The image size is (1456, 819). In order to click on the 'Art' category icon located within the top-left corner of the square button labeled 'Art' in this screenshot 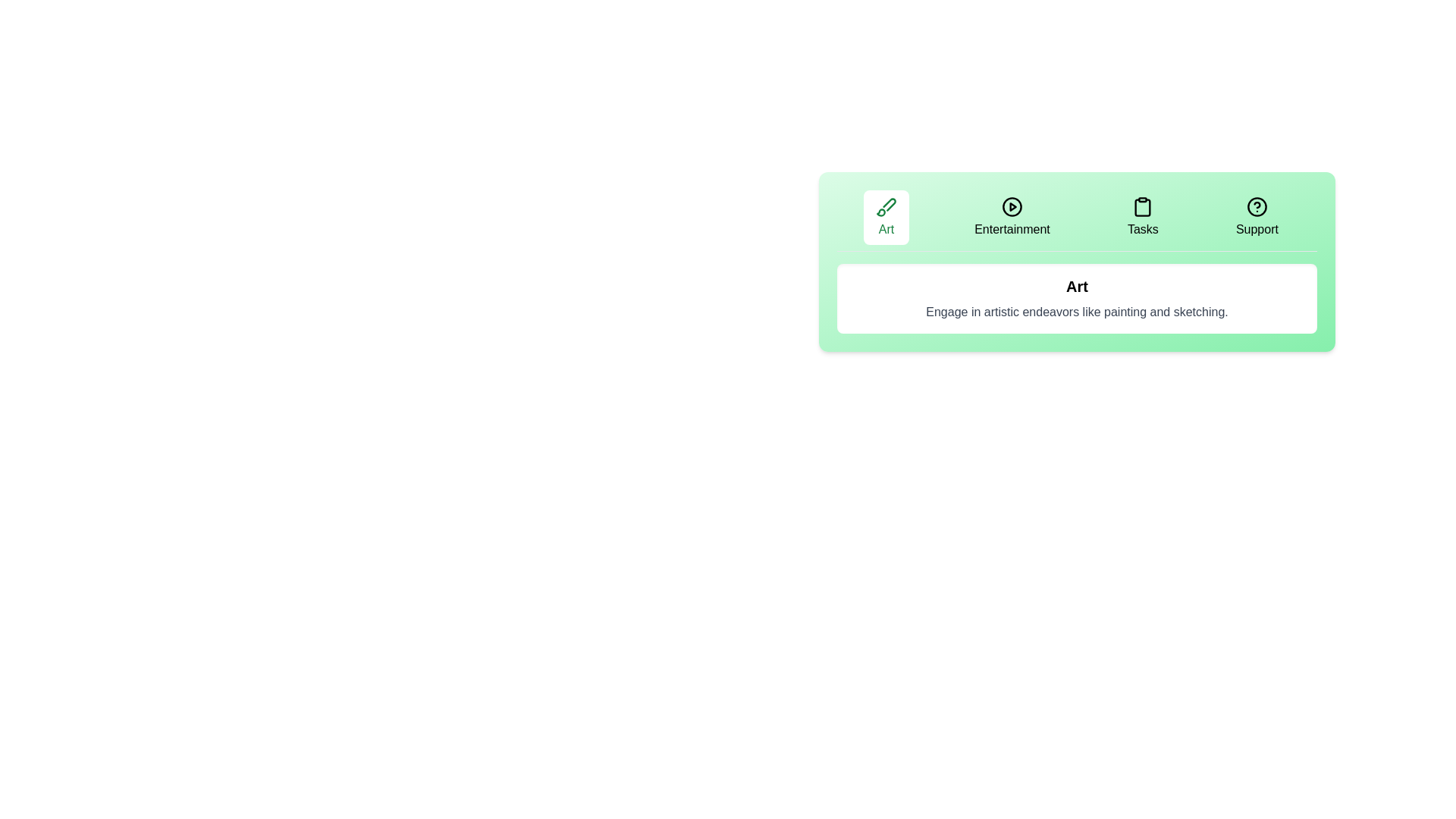, I will do `click(886, 207)`.